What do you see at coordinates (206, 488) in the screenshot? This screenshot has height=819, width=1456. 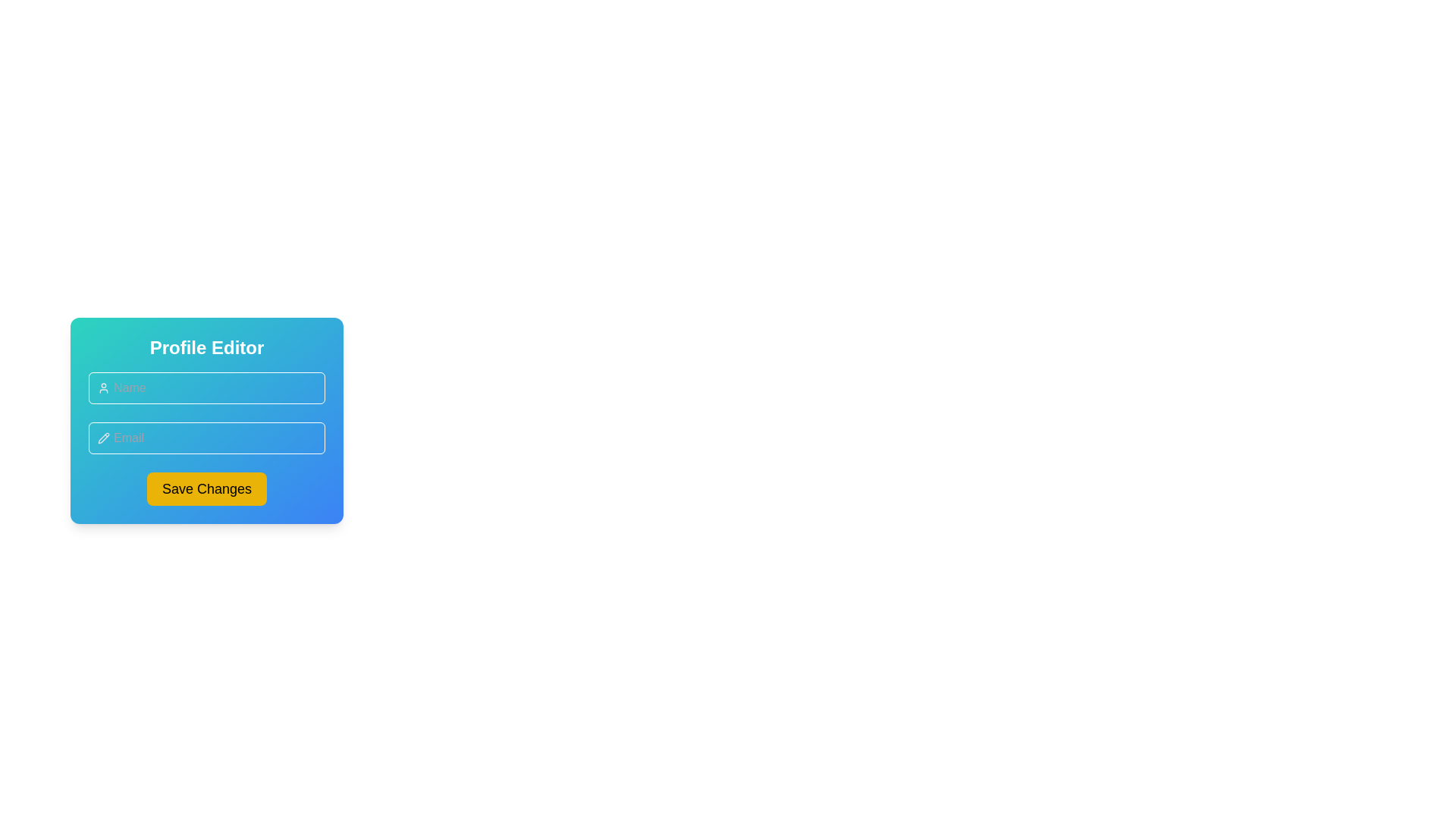 I see `the primary action button located at the bottom of the 'Profile Editor' component` at bounding box center [206, 488].